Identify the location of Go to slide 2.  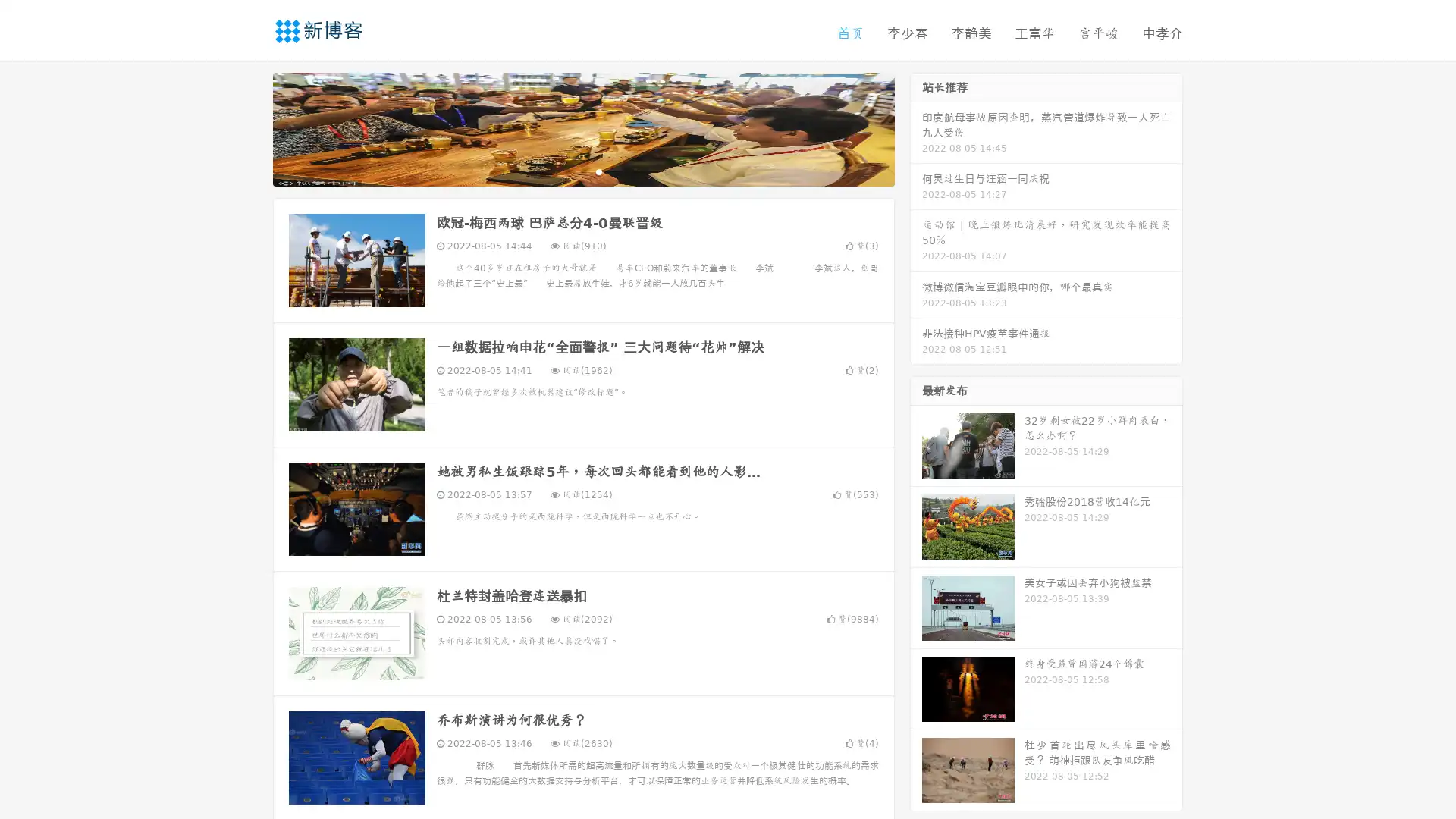
(582, 171).